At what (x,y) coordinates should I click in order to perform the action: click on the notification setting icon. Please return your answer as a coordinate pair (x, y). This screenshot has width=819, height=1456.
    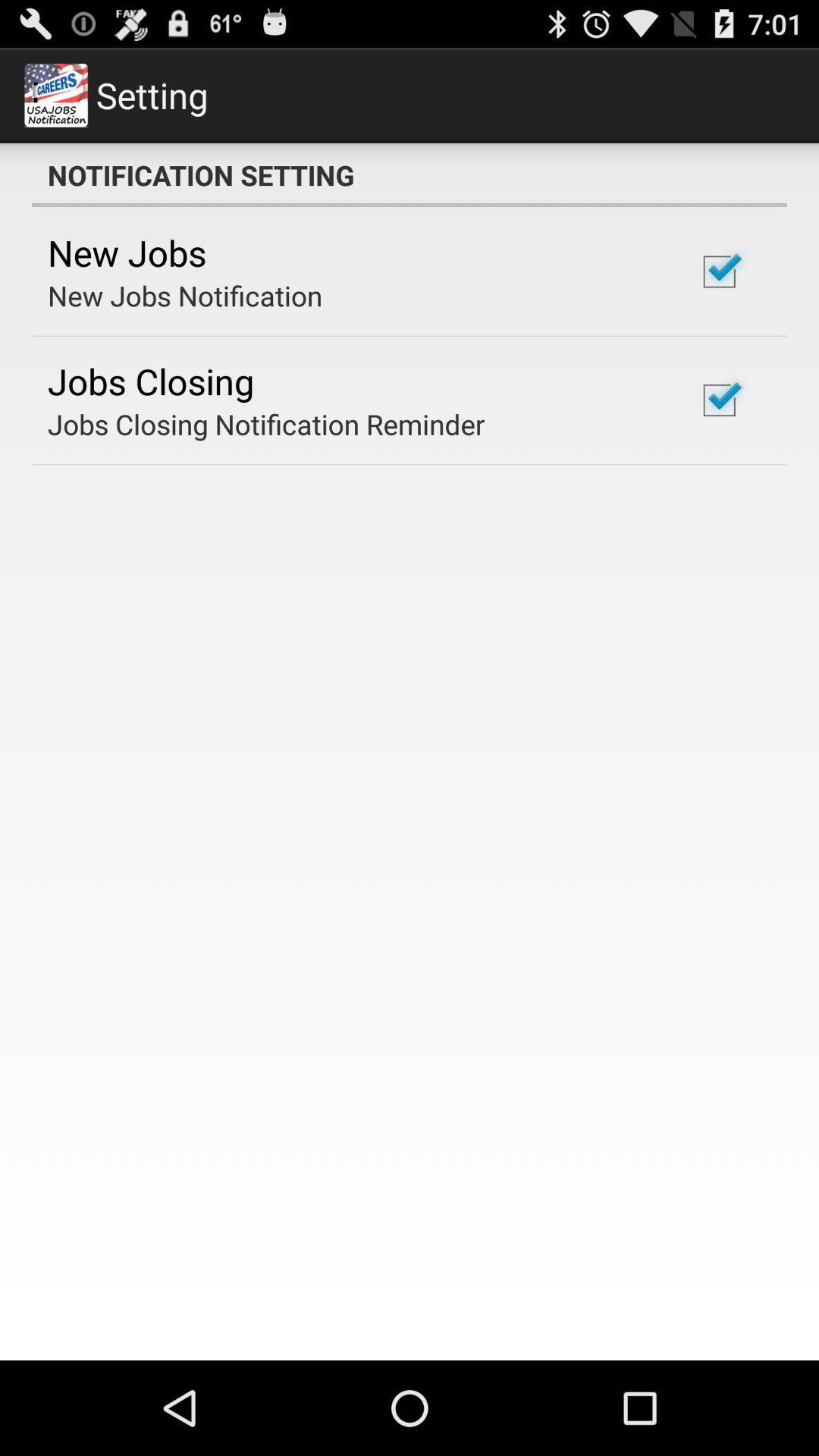
    Looking at the image, I should click on (409, 174).